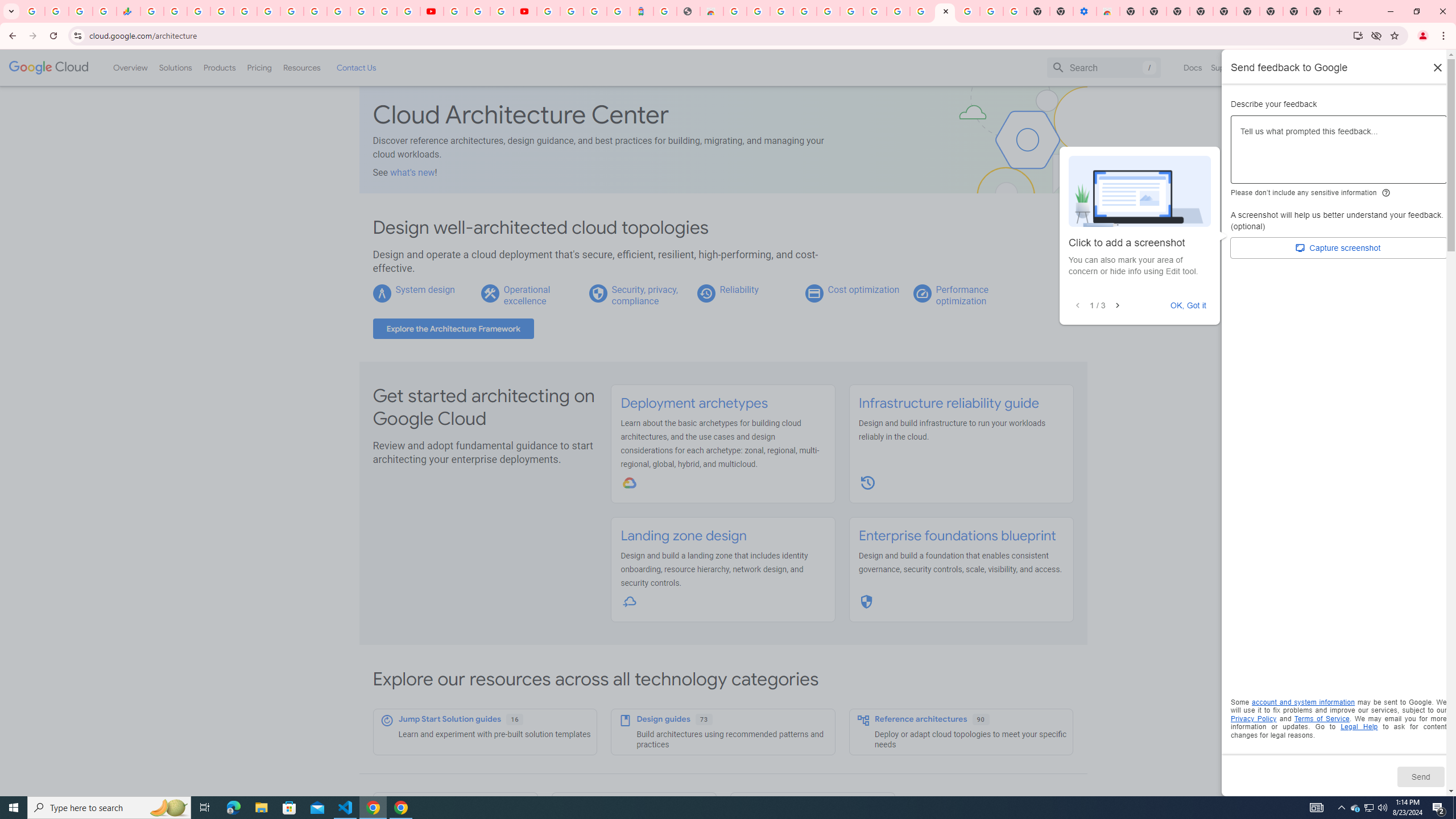  Describe the element at coordinates (1078, 305) in the screenshot. I see `'Previous'` at that location.